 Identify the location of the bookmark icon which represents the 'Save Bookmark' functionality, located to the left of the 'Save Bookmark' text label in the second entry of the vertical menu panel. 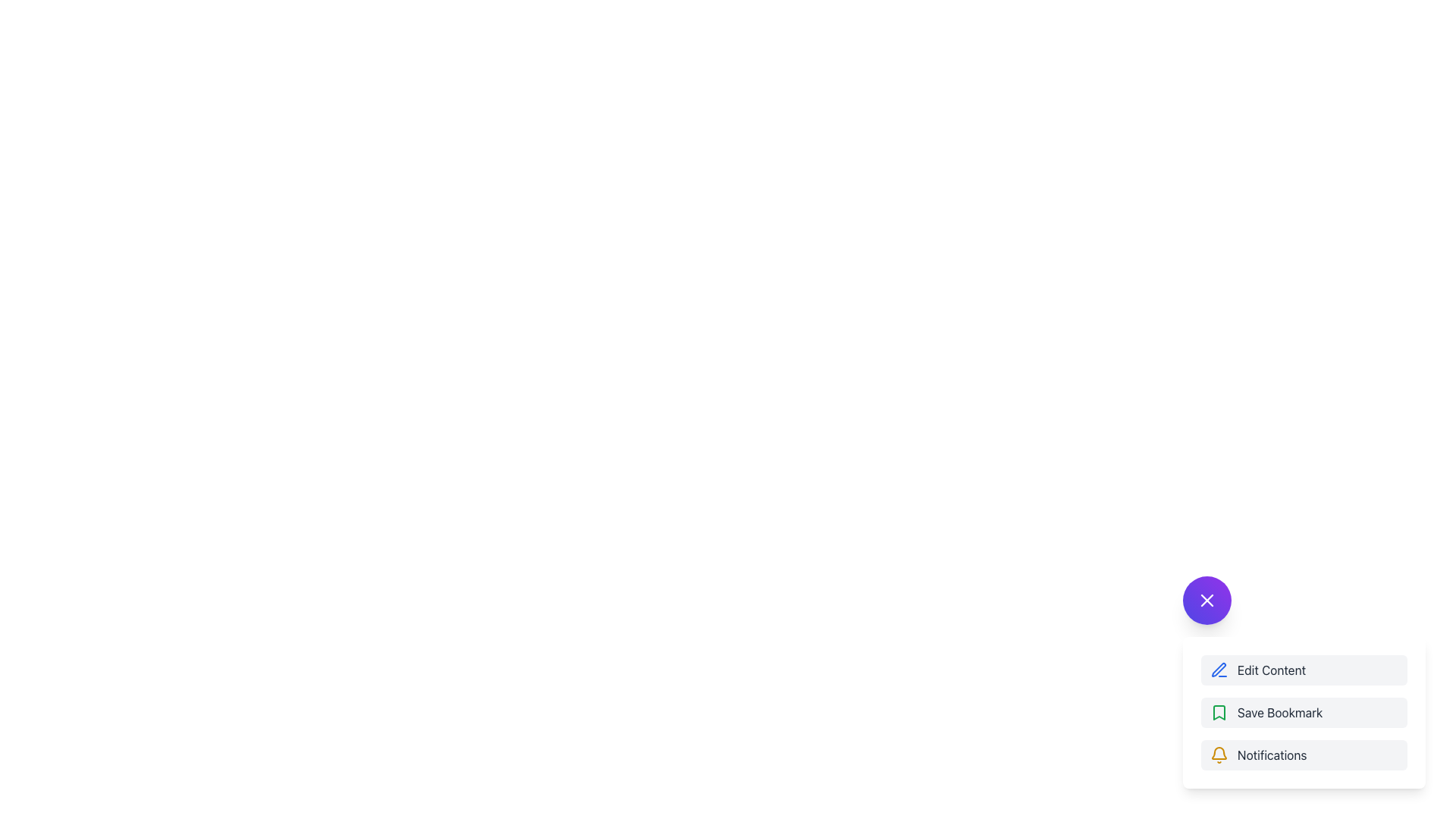
(1219, 713).